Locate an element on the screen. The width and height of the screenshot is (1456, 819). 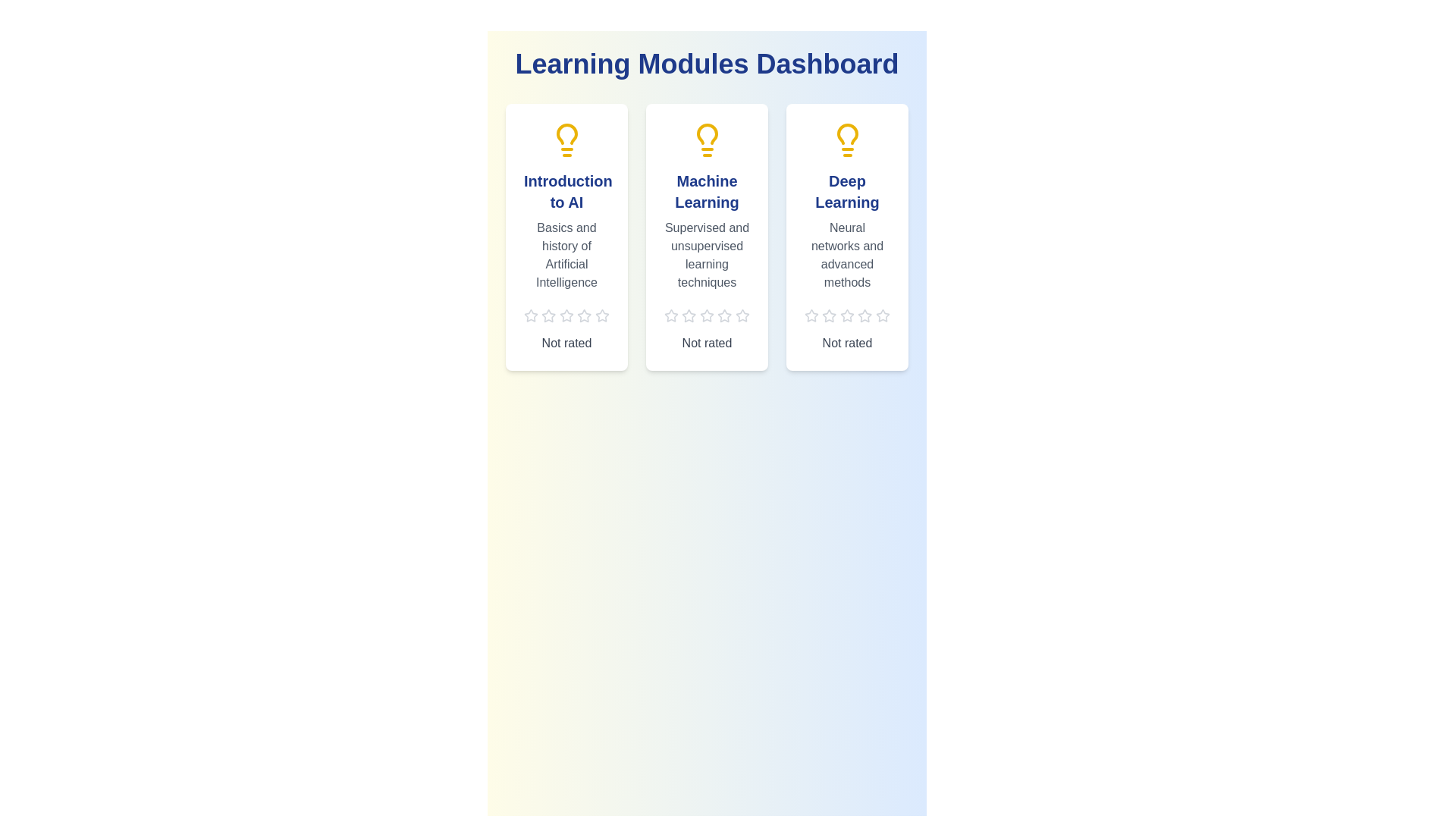
the star corresponding to 3 stars to preview the rating is located at coordinates (566, 315).